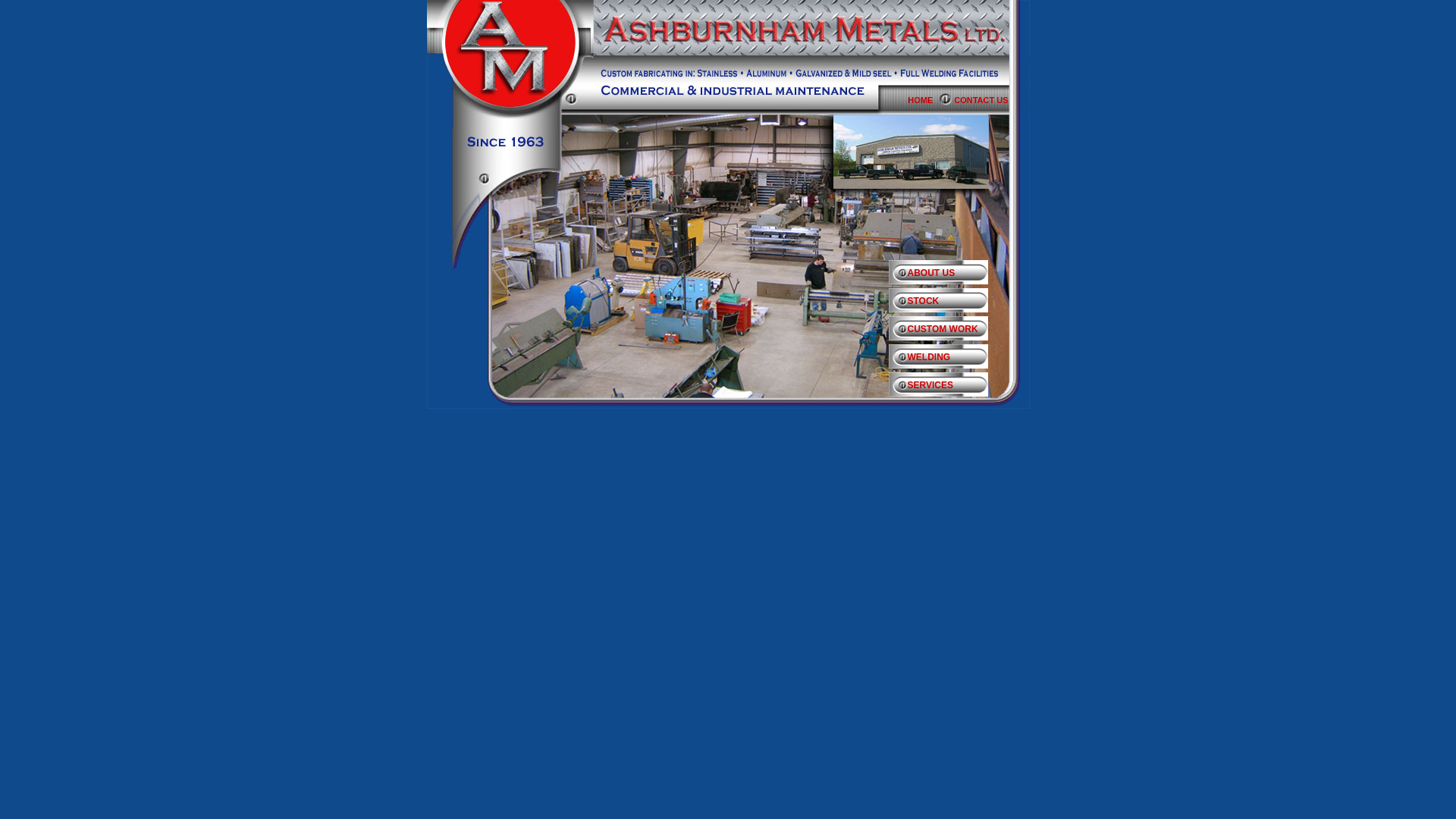  I want to click on 'CUSTOM WORK', so click(888, 331).